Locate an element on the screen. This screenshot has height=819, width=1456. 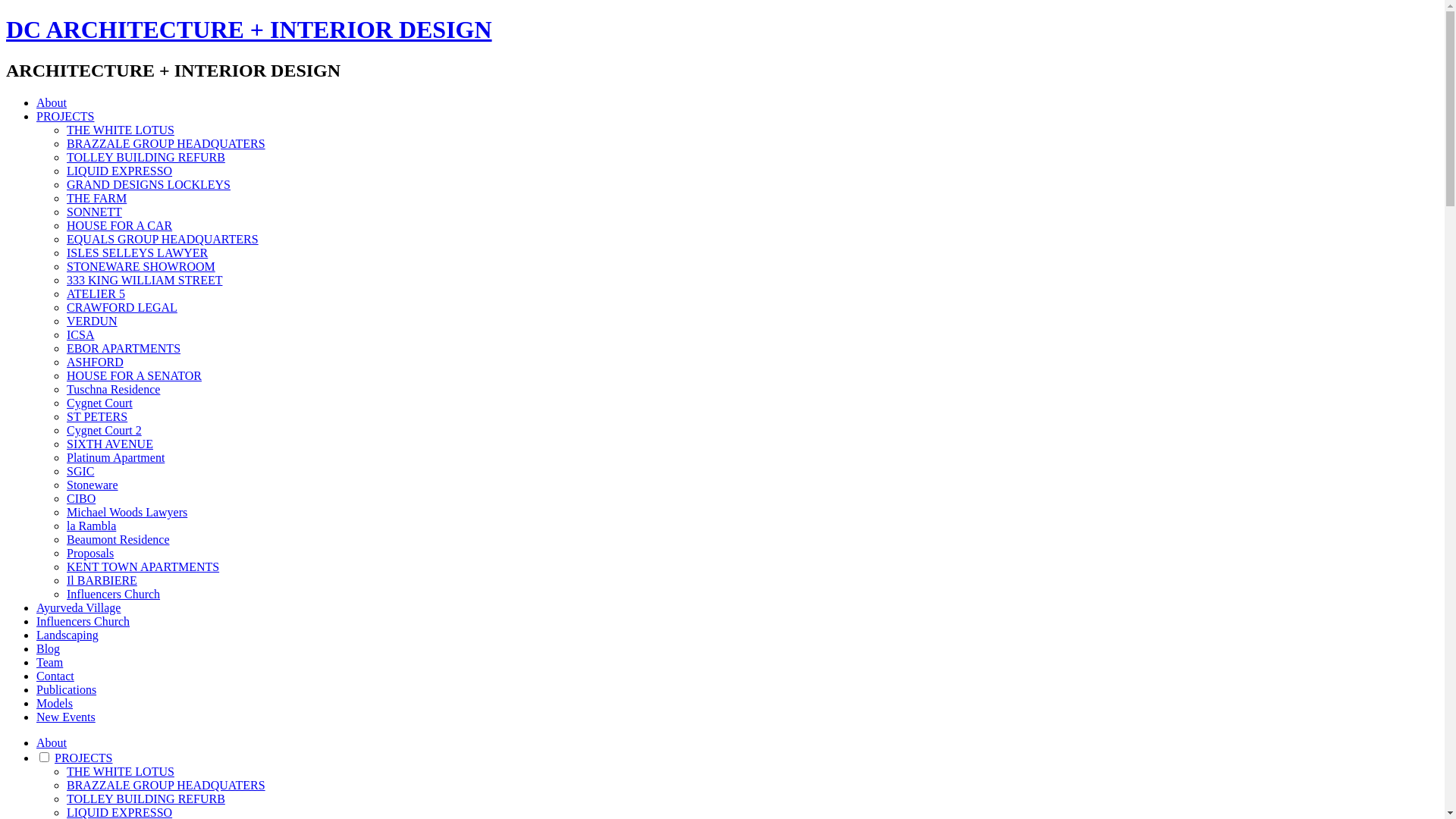
'Contact' is located at coordinates (55, 675).